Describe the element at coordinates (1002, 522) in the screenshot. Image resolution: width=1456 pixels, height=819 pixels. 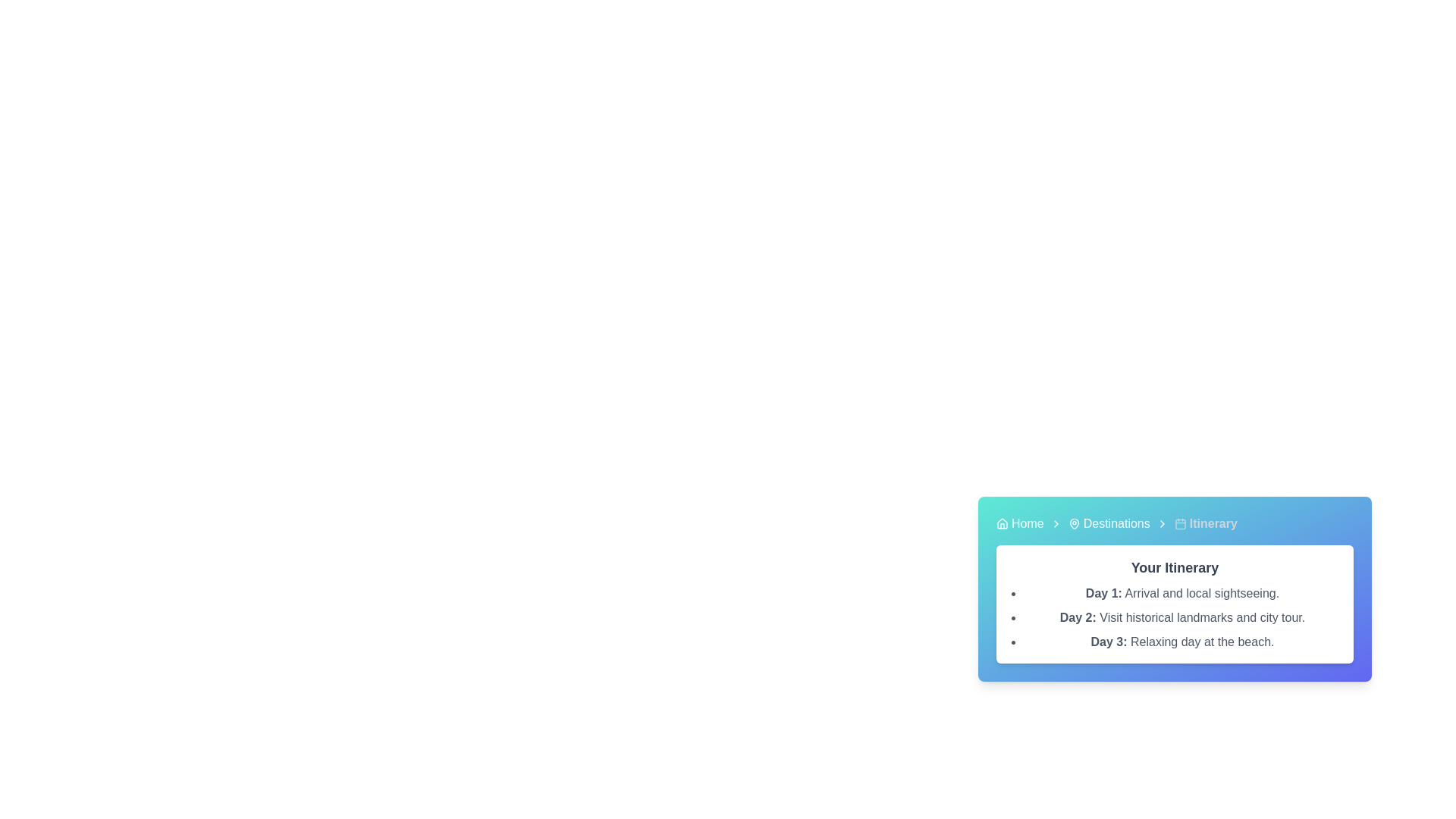
I see `the minimalistic outlined house icon in the breadcrumb navigation at the top-left corner of the itinerary card interface` at that location.